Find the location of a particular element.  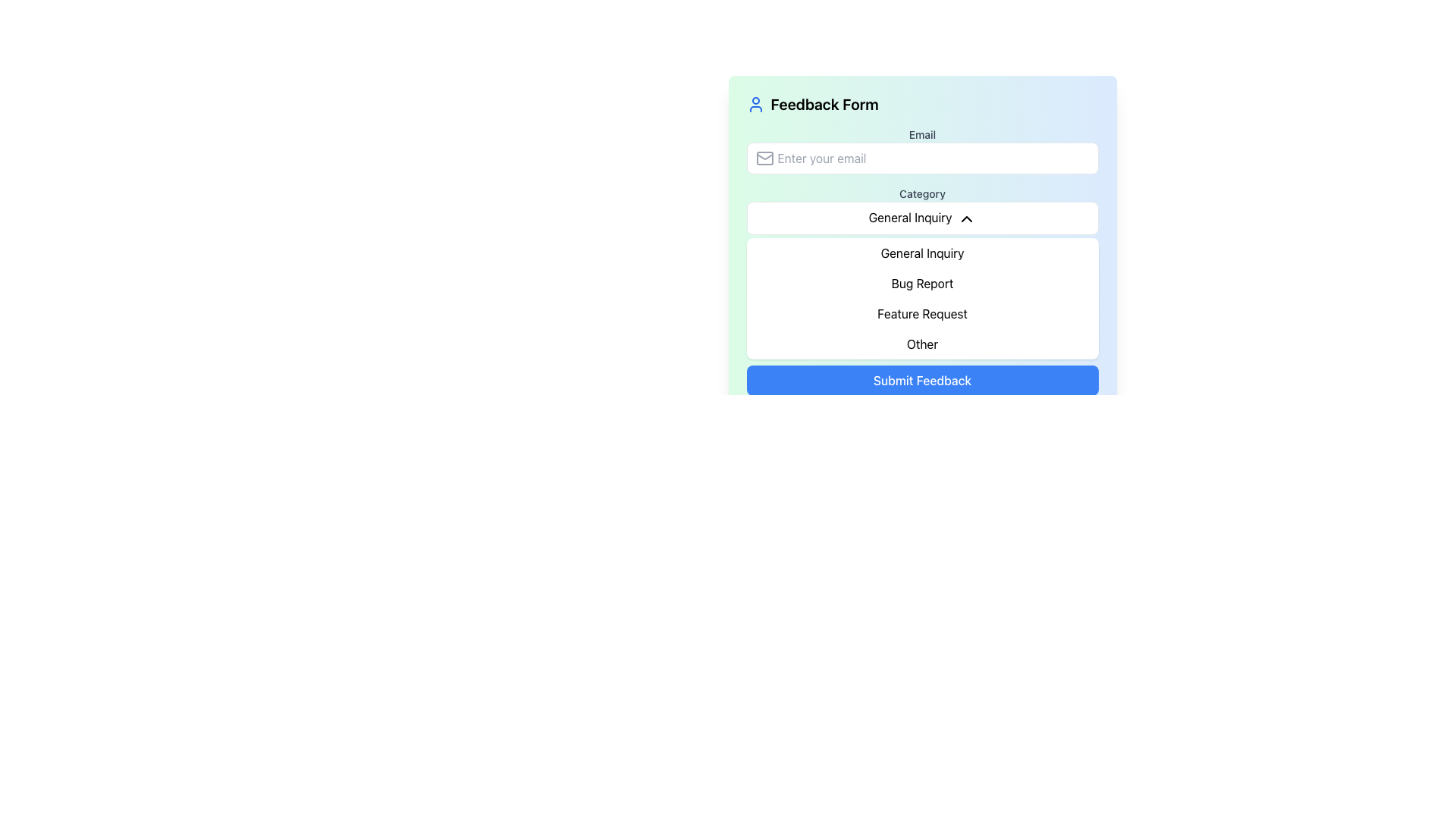

the upward-facing chevron icon located in the 'Category' section, next to 'General Inquiry' is located at coordinates (966, 218).